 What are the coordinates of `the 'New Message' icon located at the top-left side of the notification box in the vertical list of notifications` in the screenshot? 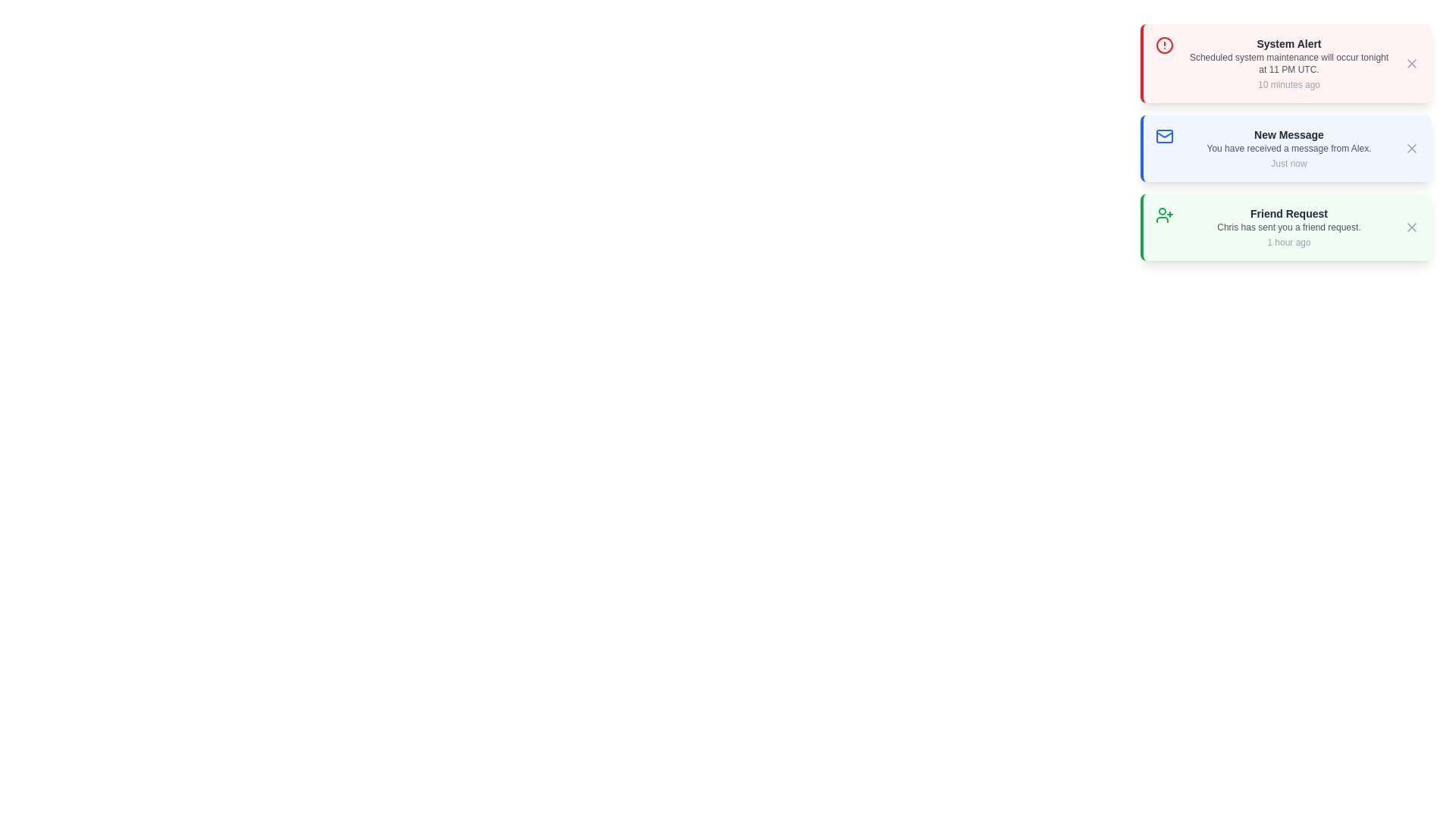 It's located at (1164, 136).